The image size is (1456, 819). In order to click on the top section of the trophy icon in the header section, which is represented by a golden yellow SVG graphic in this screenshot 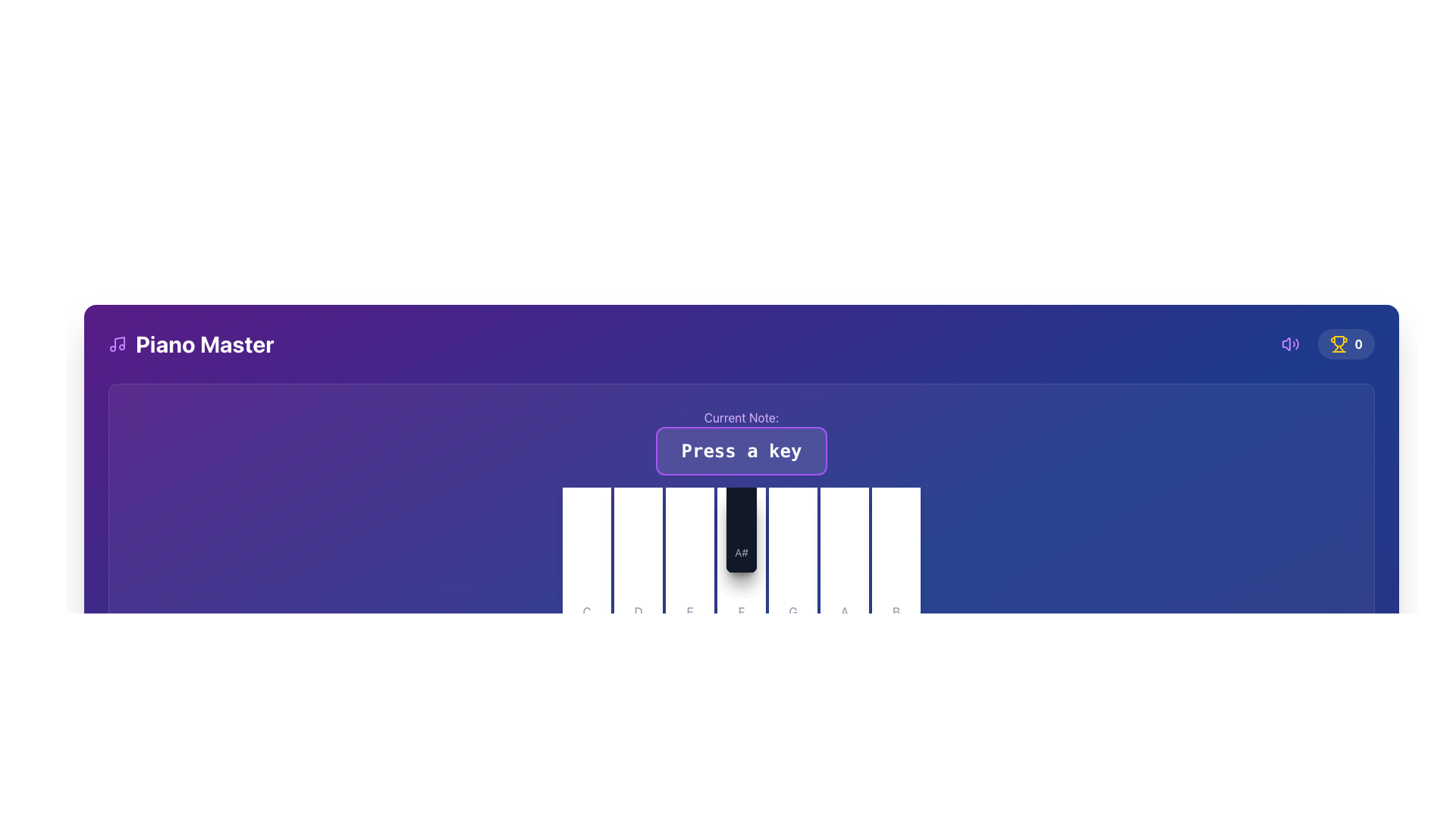, I will do `click(1339, 341)`.